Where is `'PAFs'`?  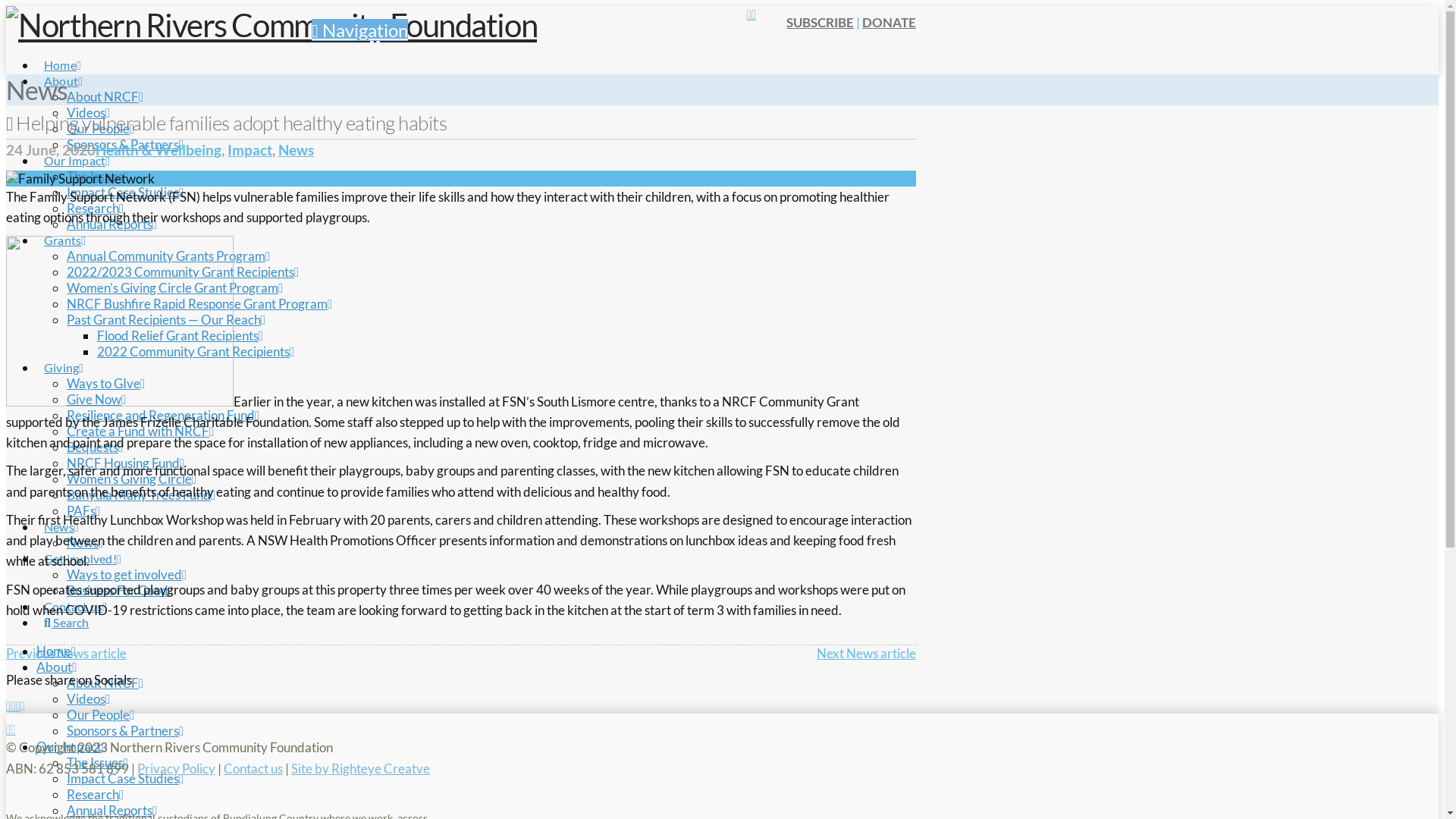 'PAFs' is located at coordinates (83, 510).